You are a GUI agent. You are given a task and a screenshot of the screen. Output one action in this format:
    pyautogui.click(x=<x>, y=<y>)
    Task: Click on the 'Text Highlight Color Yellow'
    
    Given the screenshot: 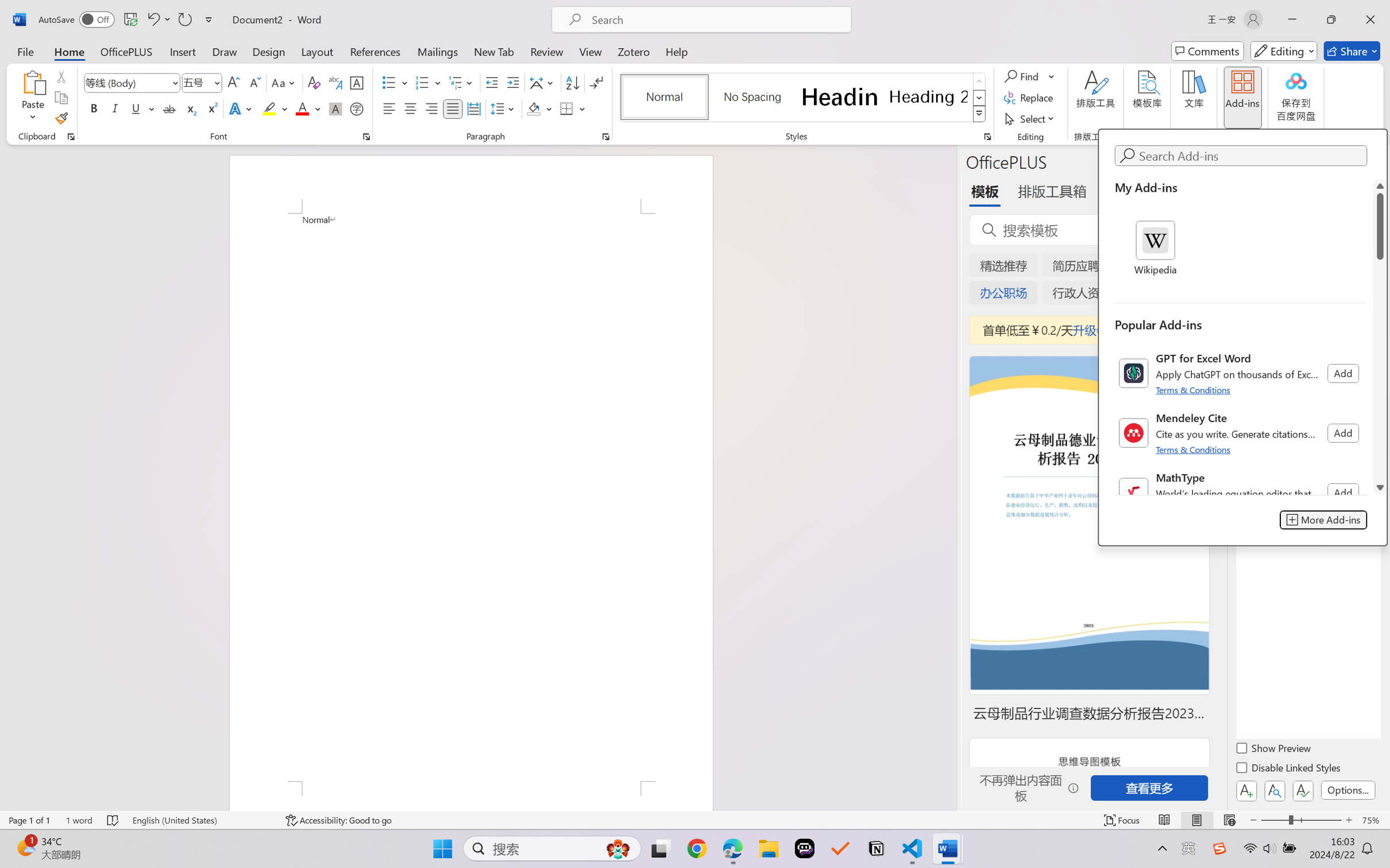 What is the action you would take?
    pyautogui.click(x=269, y=108)
    